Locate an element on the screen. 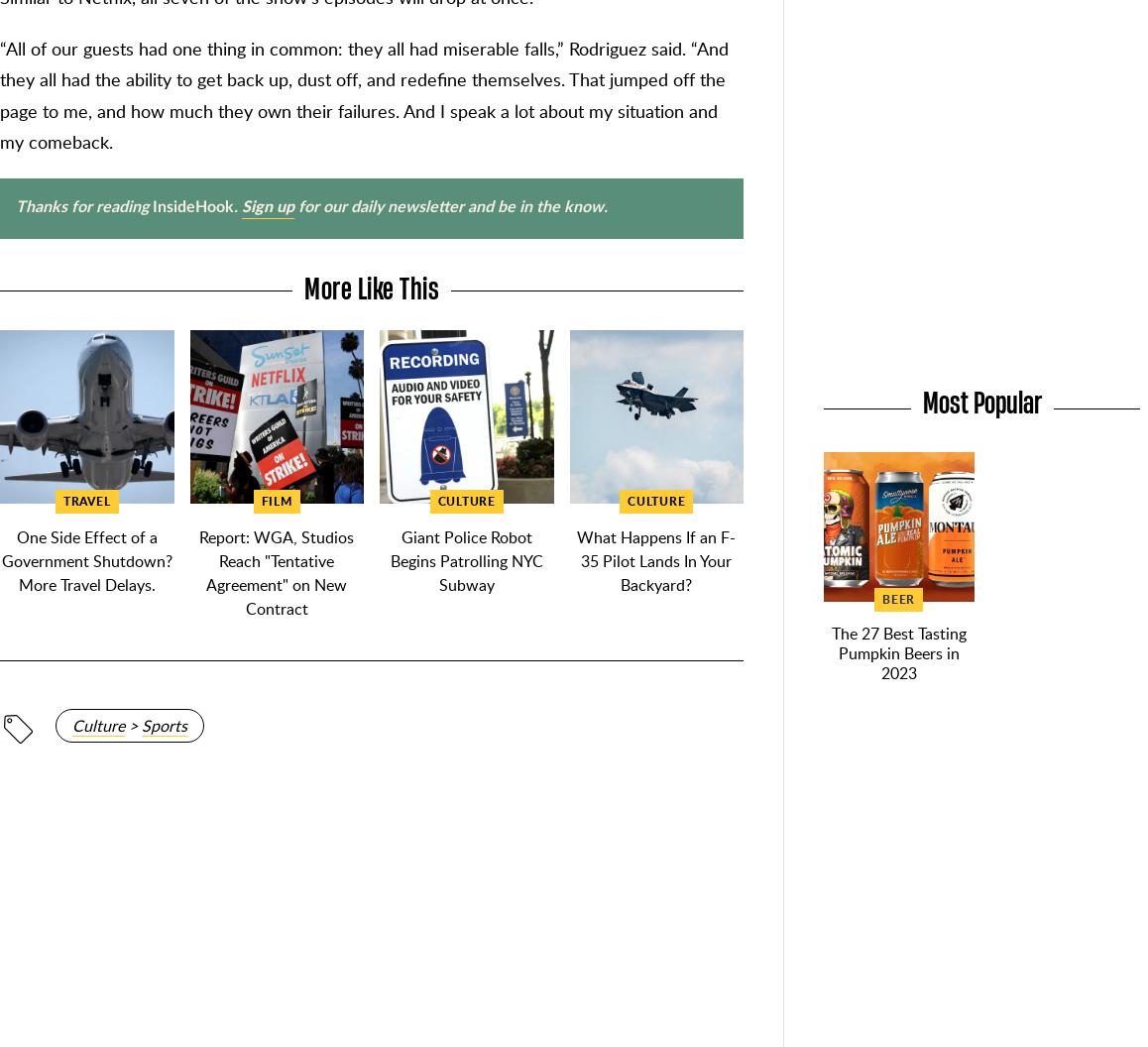 The height and width of the screenshot is (1047, 1148). 'InsideHook' is located at coordinates (193, 205).